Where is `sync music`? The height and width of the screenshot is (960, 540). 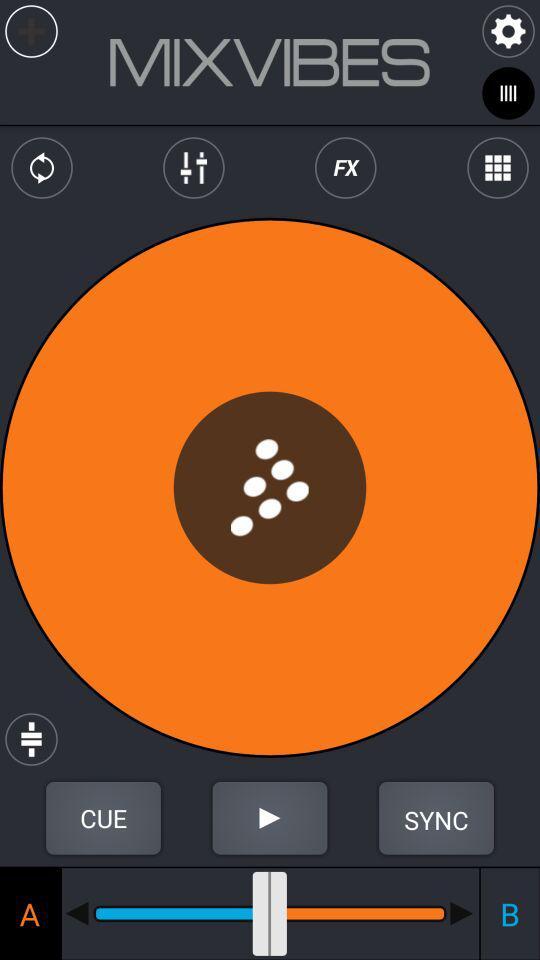
sync music is located at coordinates (435, 818).